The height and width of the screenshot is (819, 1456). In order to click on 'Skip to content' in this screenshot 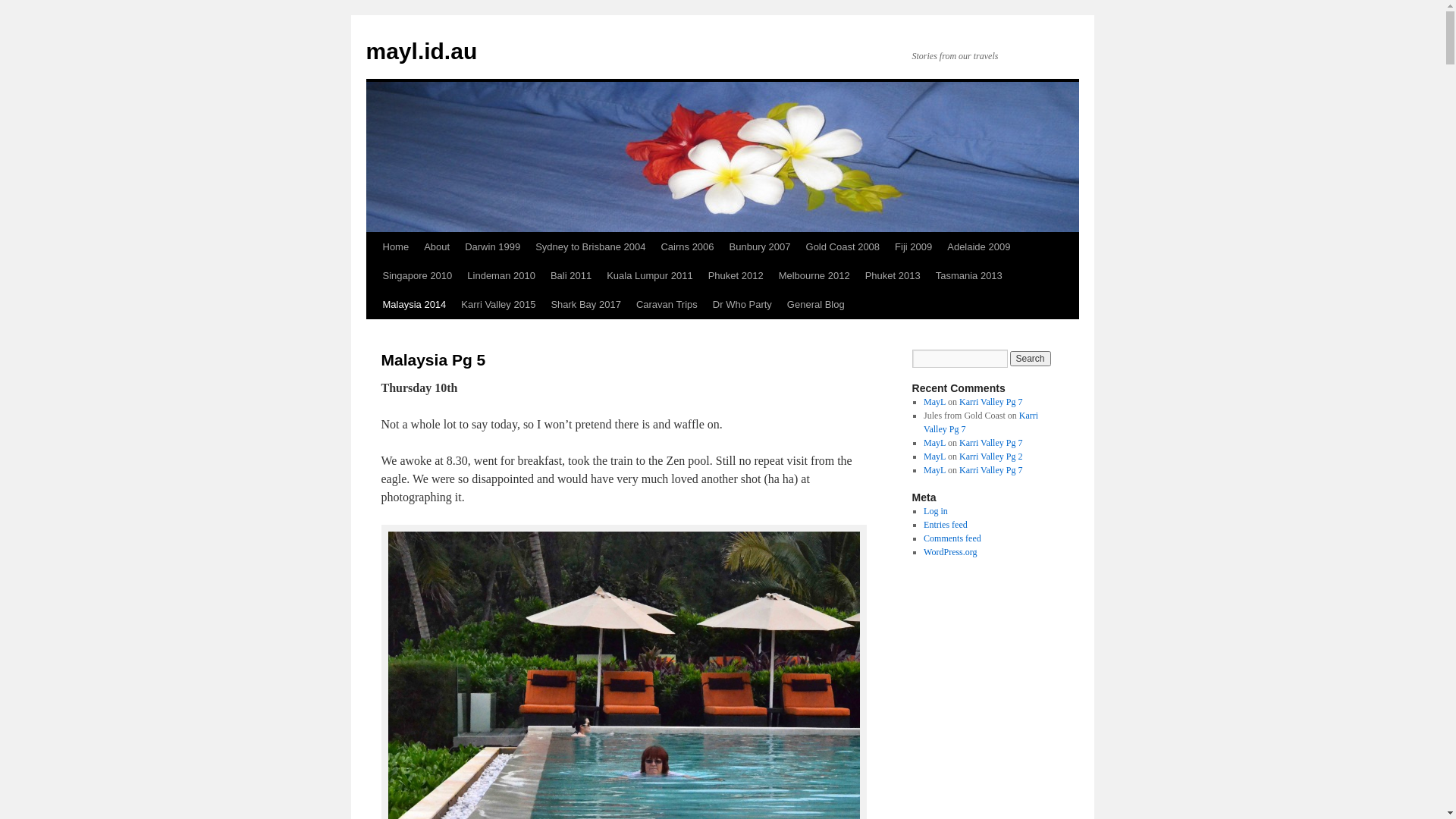, I will do `click(372, 275)`.